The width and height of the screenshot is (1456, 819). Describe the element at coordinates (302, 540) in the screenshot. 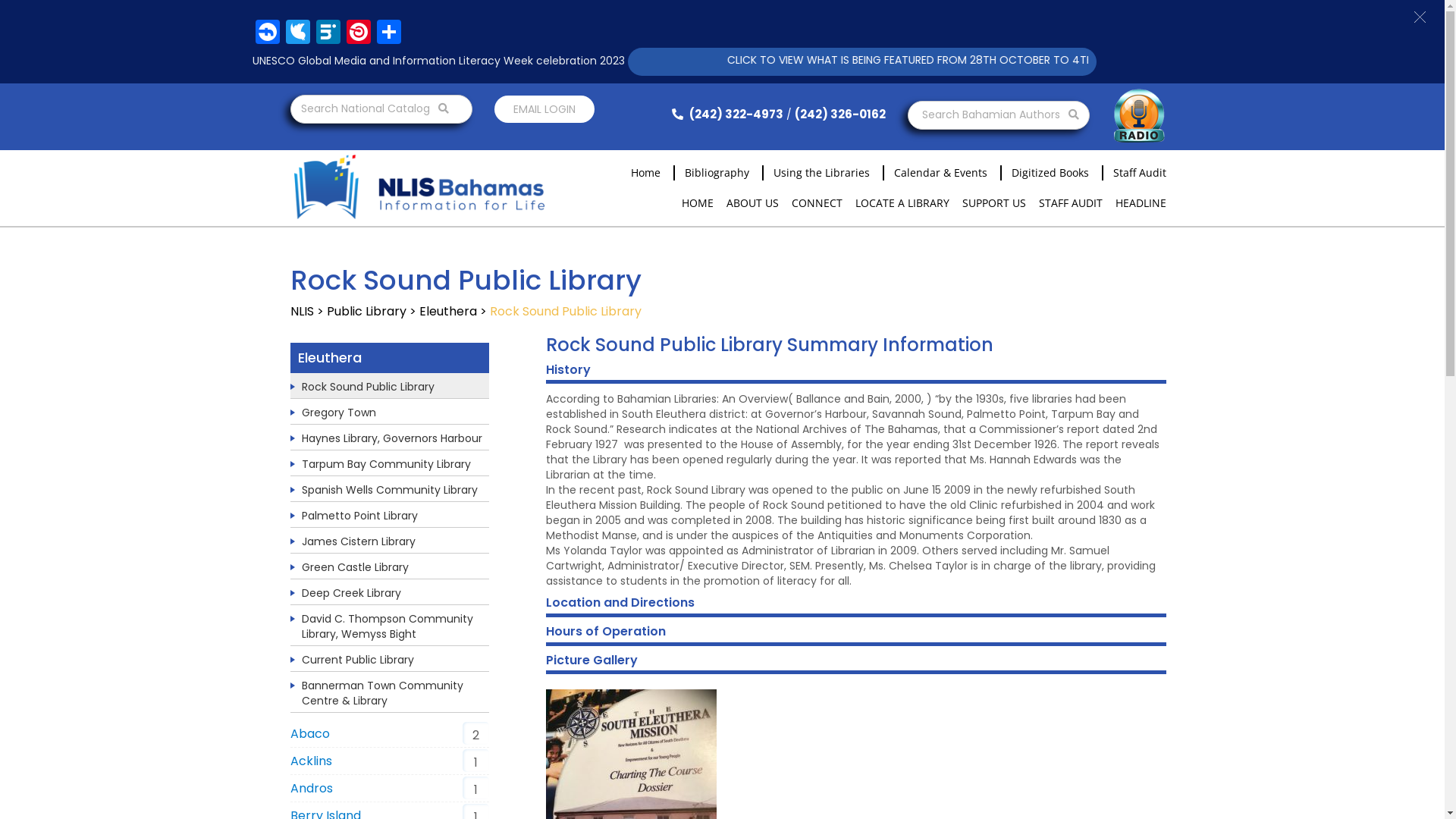

I see `'James Cistern Library'` at that location.